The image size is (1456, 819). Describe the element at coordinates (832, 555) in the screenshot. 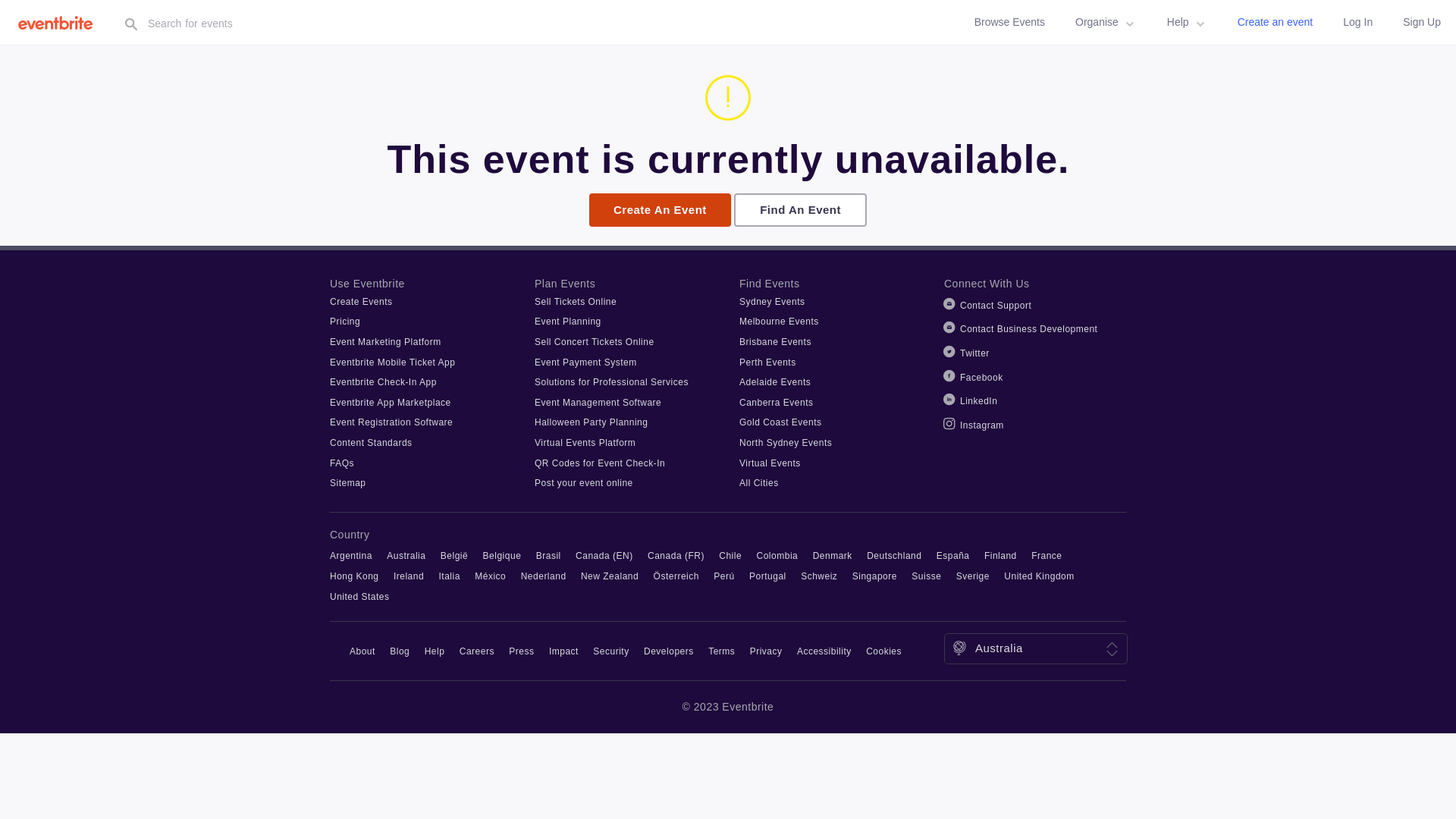

I see `'Denmark'` at that location.